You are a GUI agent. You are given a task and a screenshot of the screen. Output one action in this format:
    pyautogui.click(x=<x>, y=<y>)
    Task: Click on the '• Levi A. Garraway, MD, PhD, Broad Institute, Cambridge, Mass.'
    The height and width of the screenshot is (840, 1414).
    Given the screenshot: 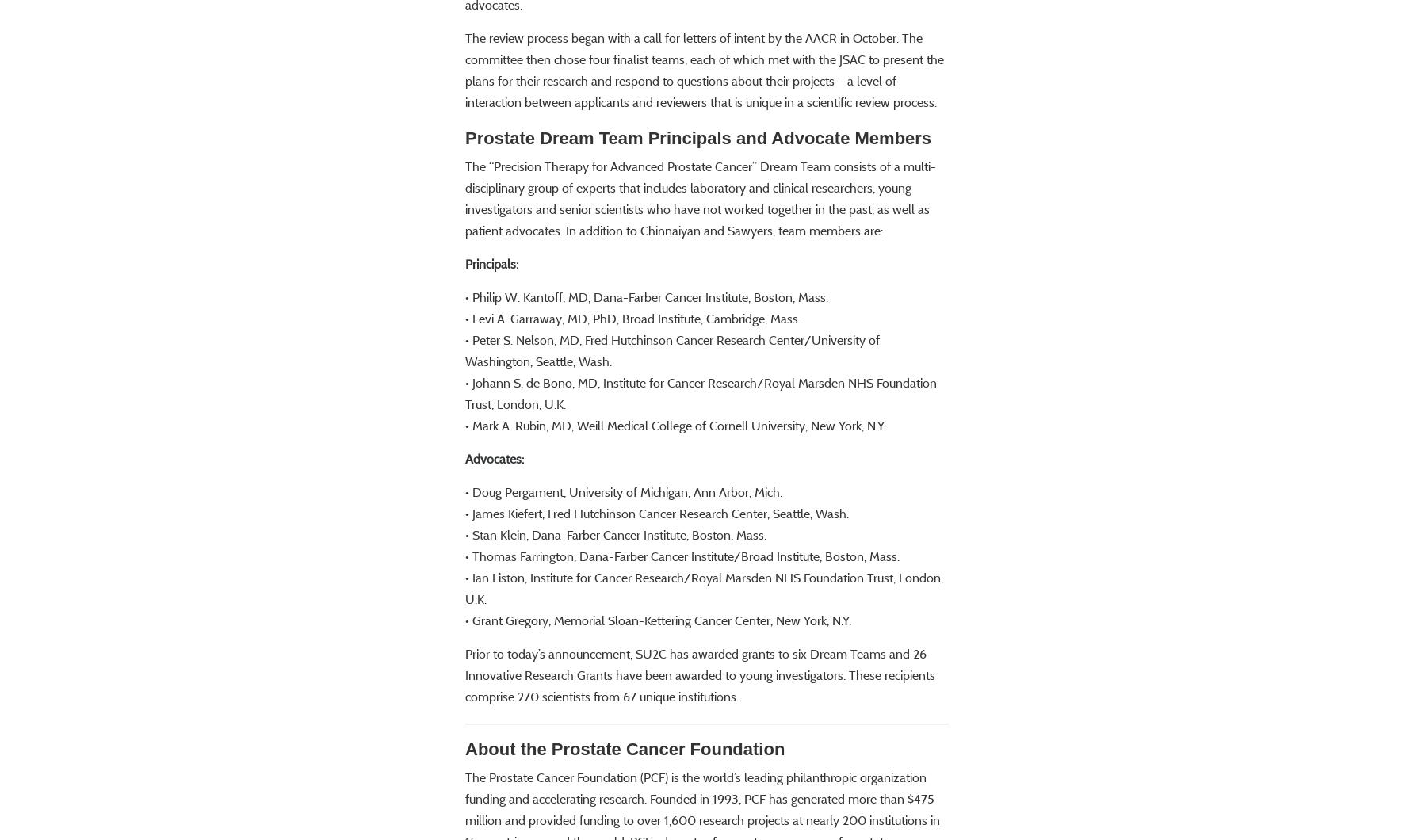 What is the action you would take?
    pyautogui.click(x=632, y=364)
    